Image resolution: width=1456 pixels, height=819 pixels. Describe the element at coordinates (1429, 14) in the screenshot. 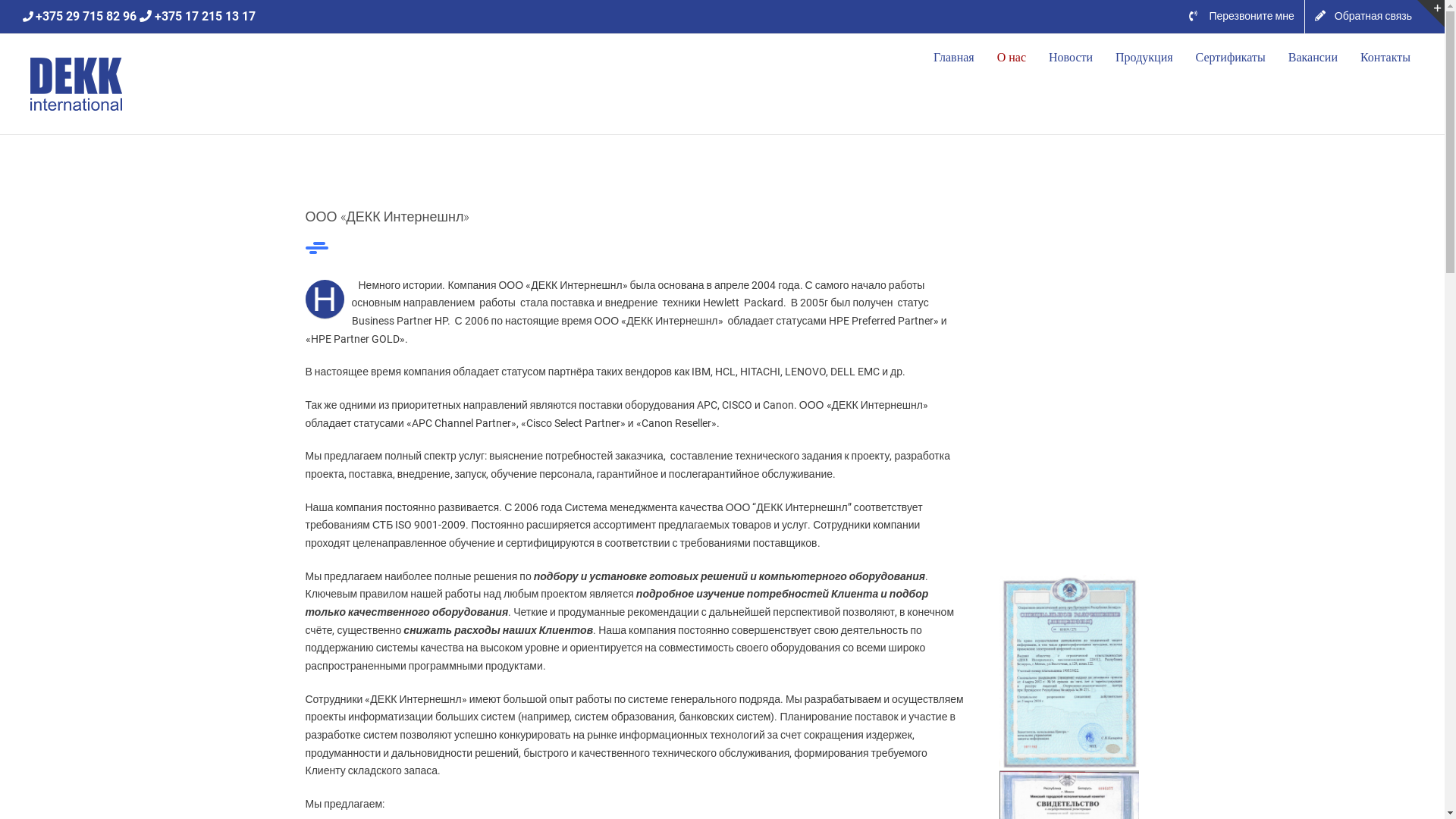

I see `'Toggle Sliding Bar Area'` at that location.